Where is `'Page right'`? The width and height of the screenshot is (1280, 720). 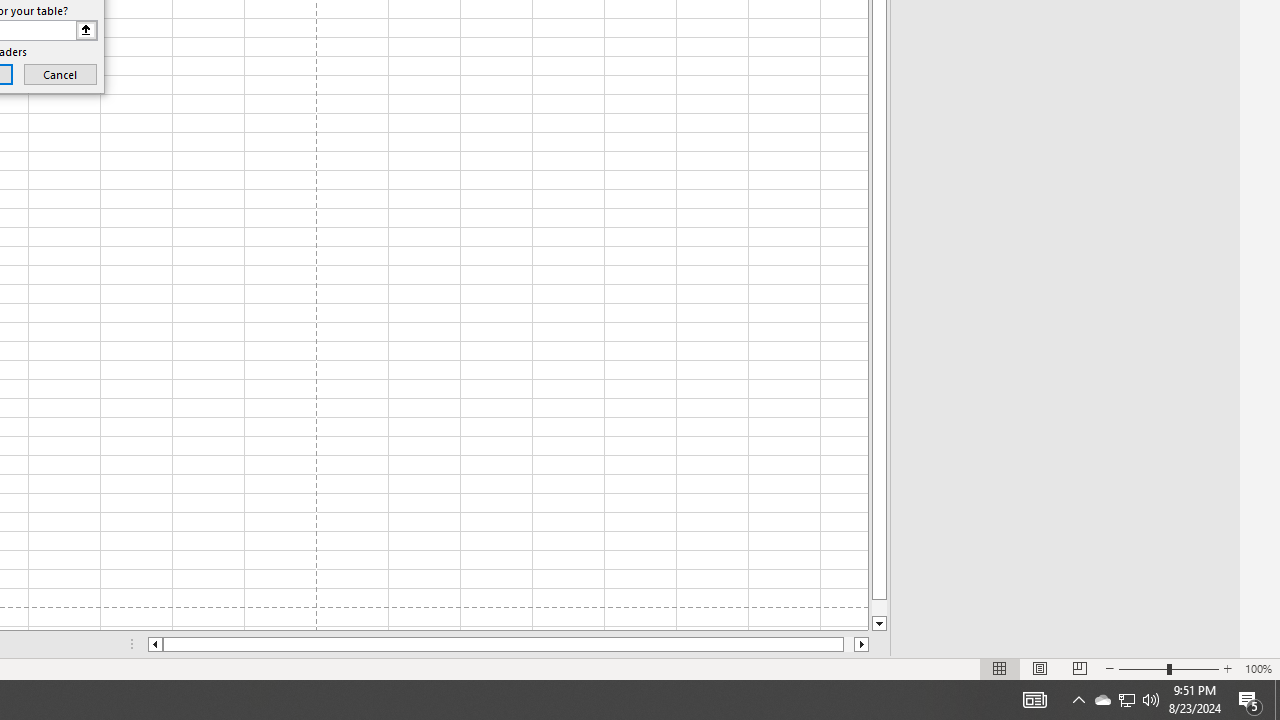
'Page right' is located at coordinates (848, 644).